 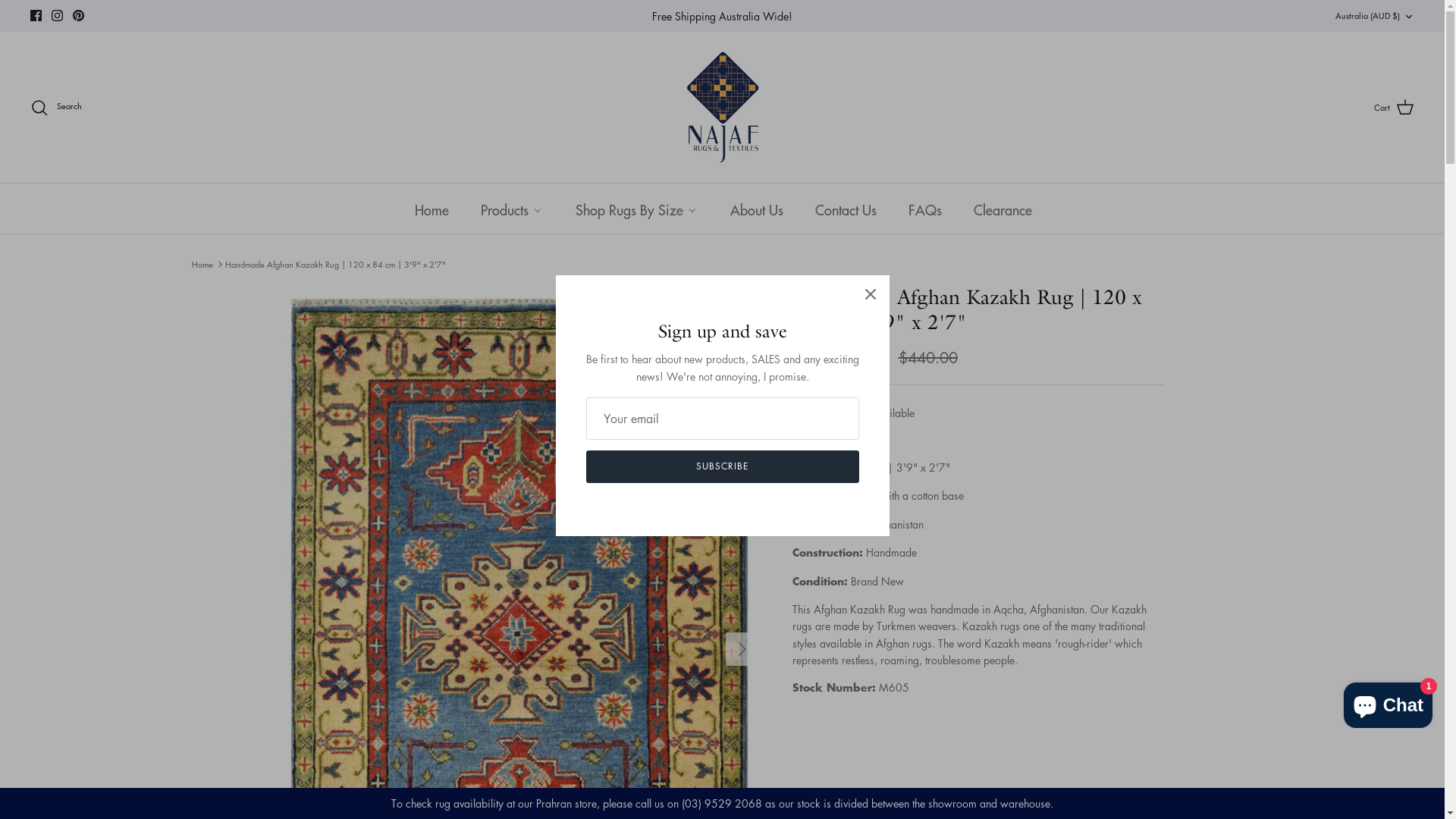 What do you see at coordinates (1394, 107) in the screenshot?
I see `'Cart'` at bounding box center [1394, 107].